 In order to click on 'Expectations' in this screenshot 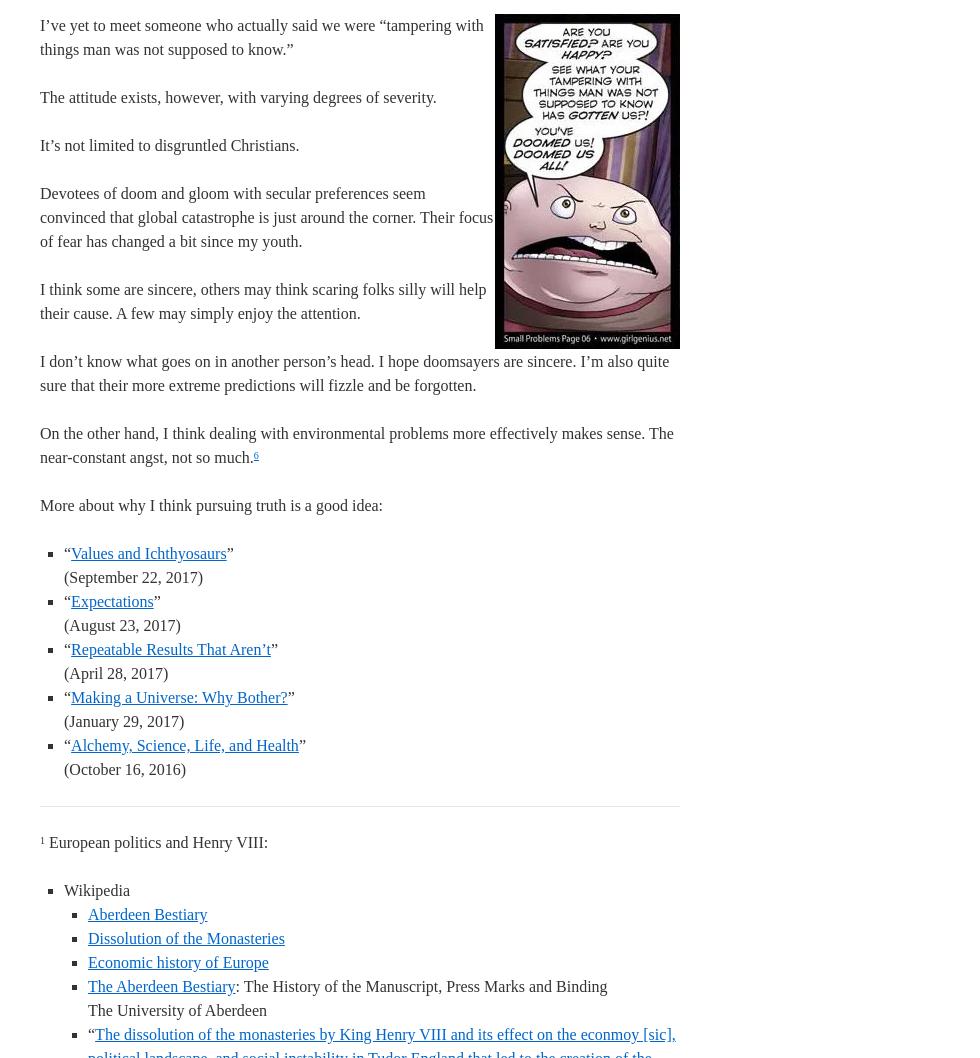, I will do `click(112, 601)`.